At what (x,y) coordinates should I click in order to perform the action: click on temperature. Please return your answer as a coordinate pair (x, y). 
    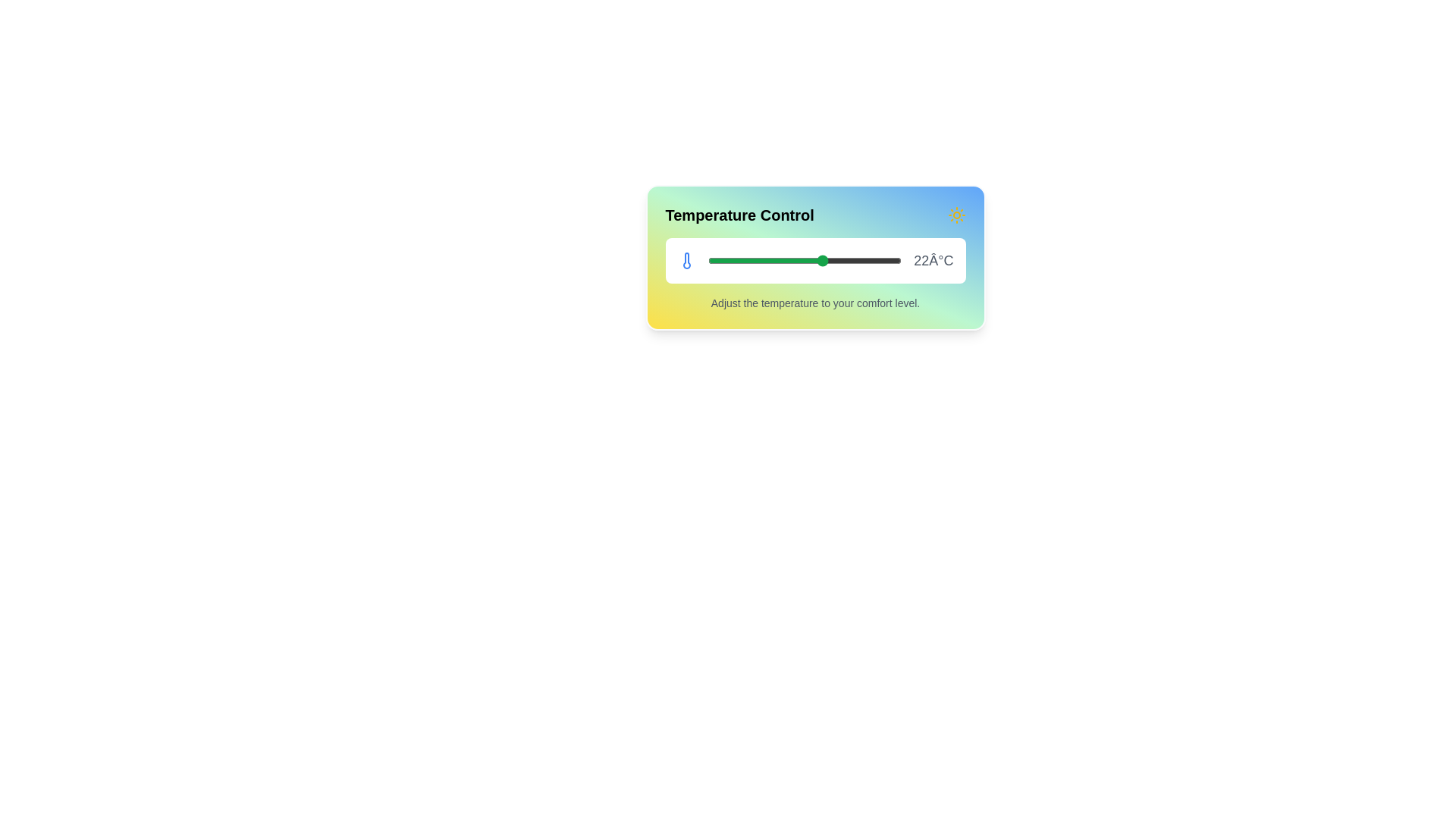
    Looking at the image, I should click on (746, 259).